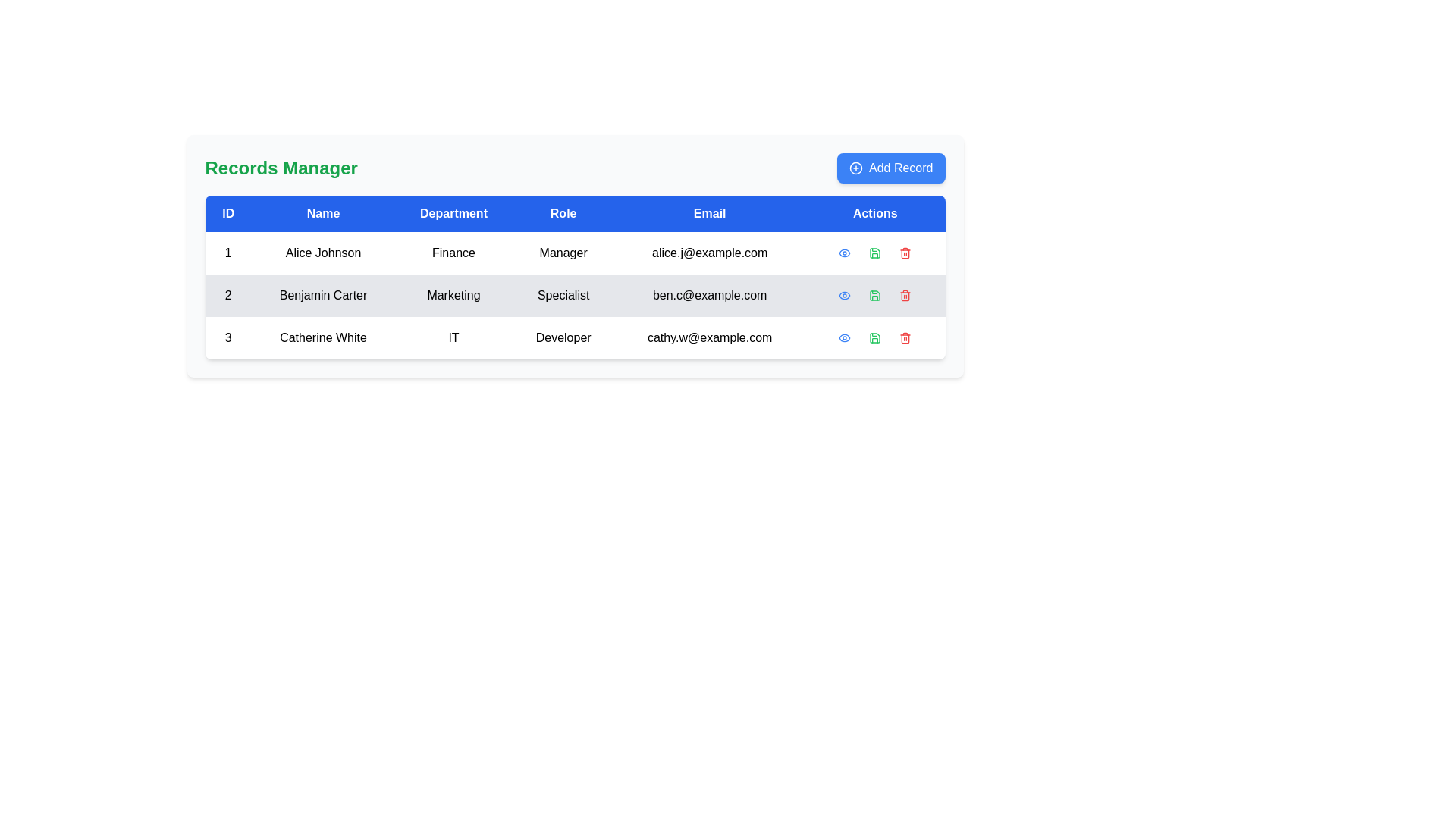 Image resolution: width=1456 pixels, height=819 pixels. Describe the element at coordinates (227, 337) in the screenshot. I see `the Text Cell that indicates the identification number or sequential position of the last row in the table, located in the column headed by 'ID'` at that location.